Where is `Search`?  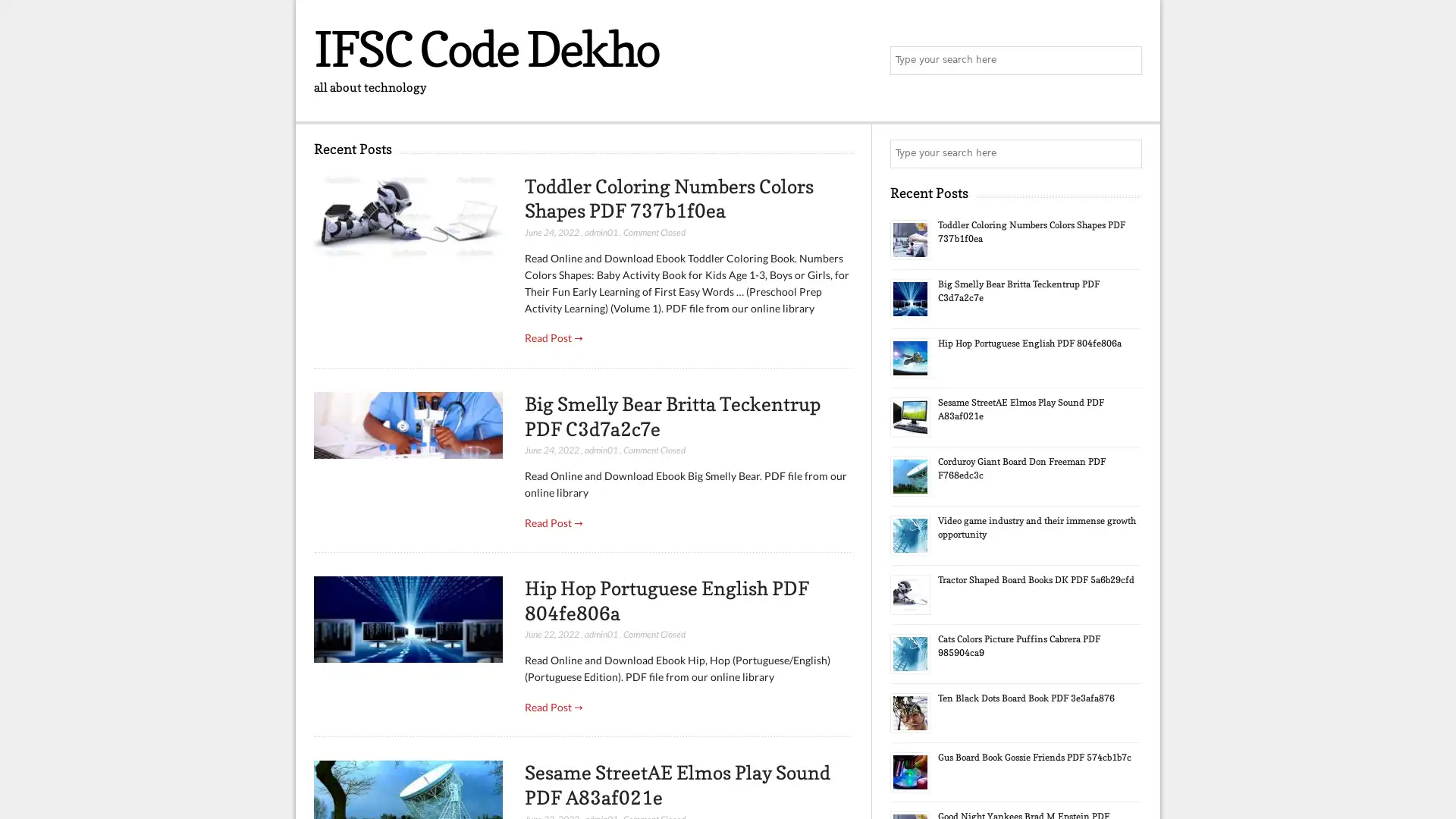
Search is located at coordinates (1126, 61).